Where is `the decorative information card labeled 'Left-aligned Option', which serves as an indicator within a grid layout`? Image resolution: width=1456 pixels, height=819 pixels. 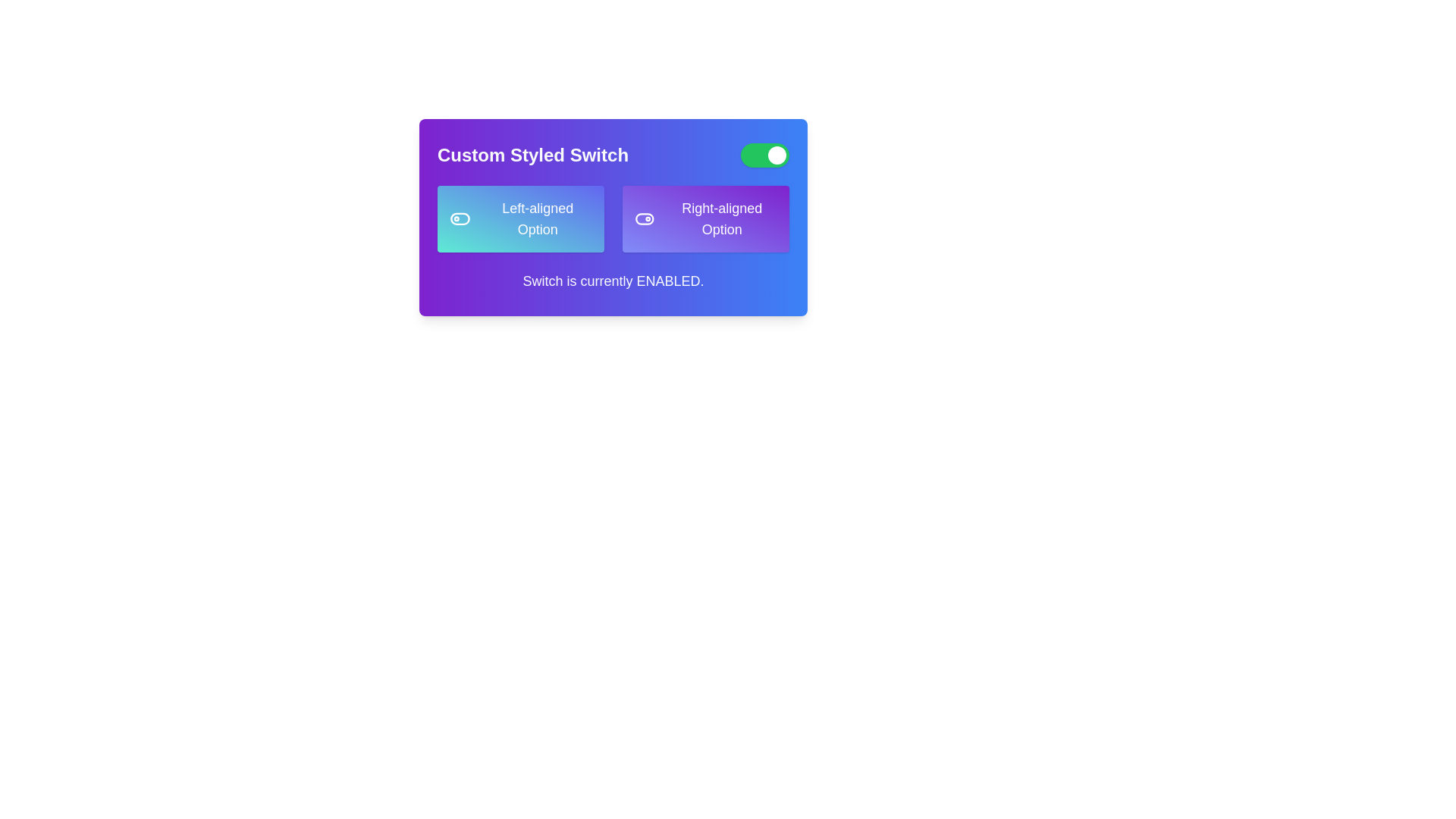 the decorative information card labeled 'Left-aligned Option', which serves as an indicator within a grid layout is located at coordinates (520, 219).